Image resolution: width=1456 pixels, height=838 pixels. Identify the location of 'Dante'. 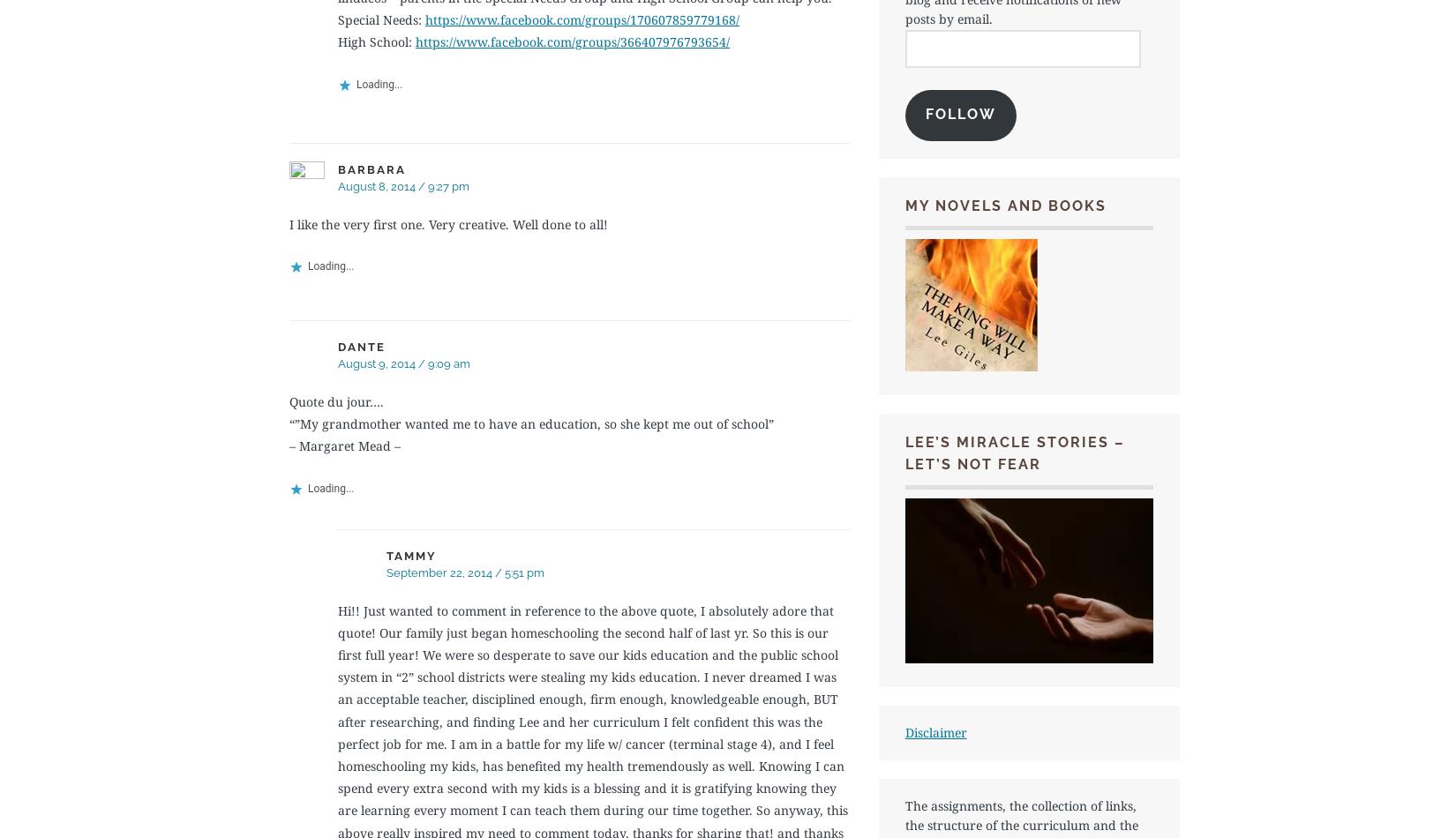
(362, 345).